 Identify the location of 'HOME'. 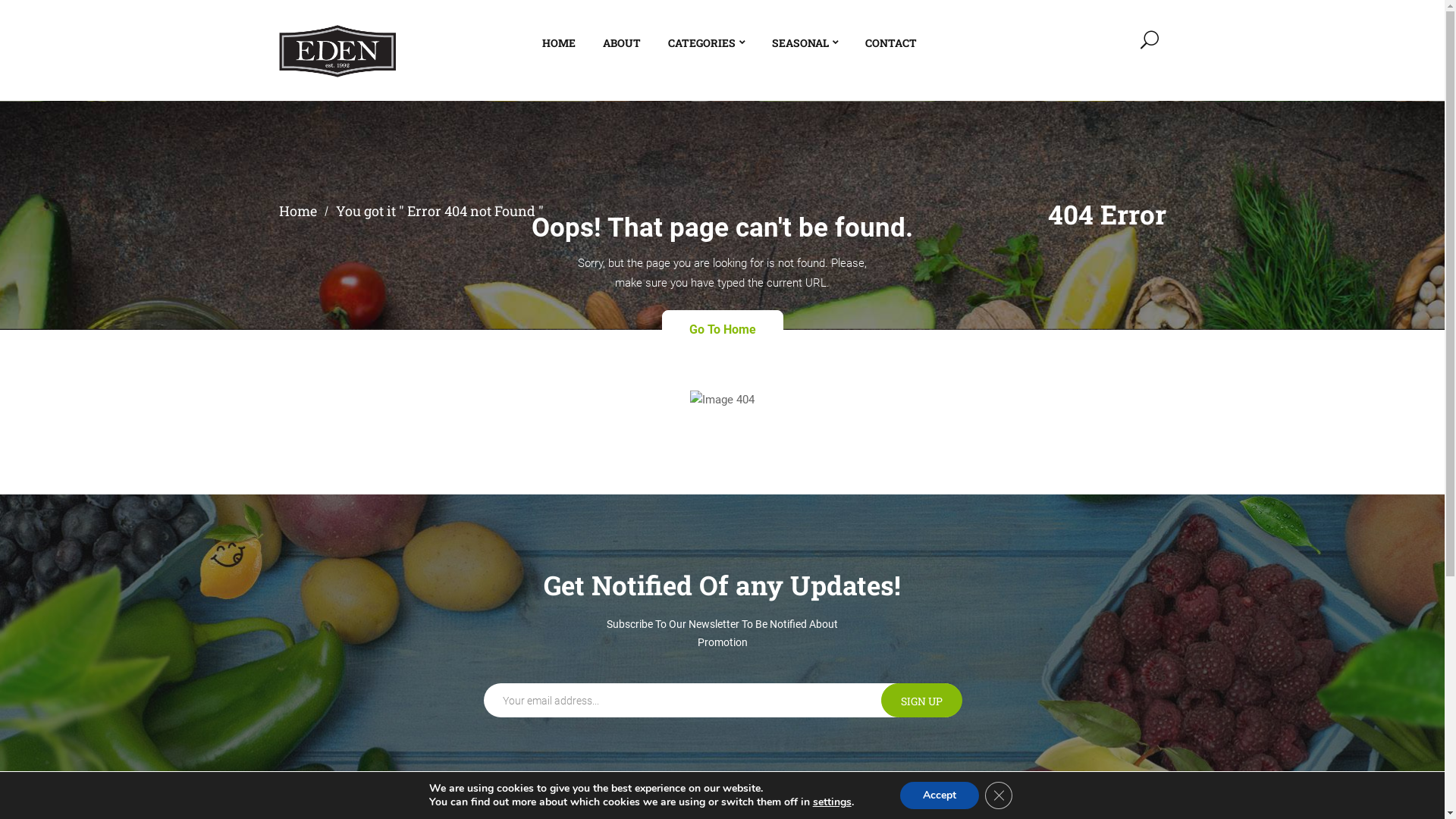
(557, 42).